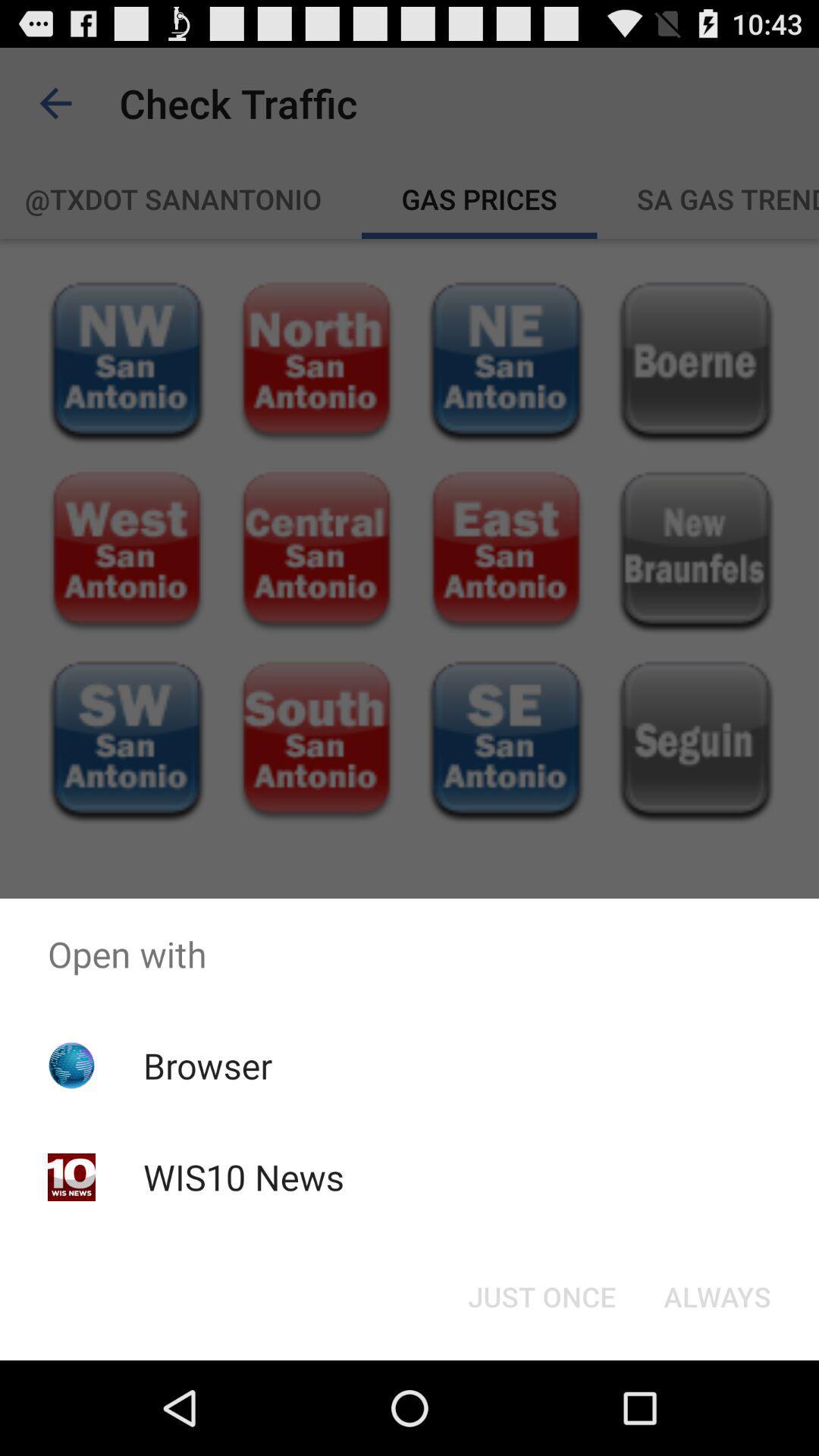  I want to click on button next to always icon, so click(541, 1295).